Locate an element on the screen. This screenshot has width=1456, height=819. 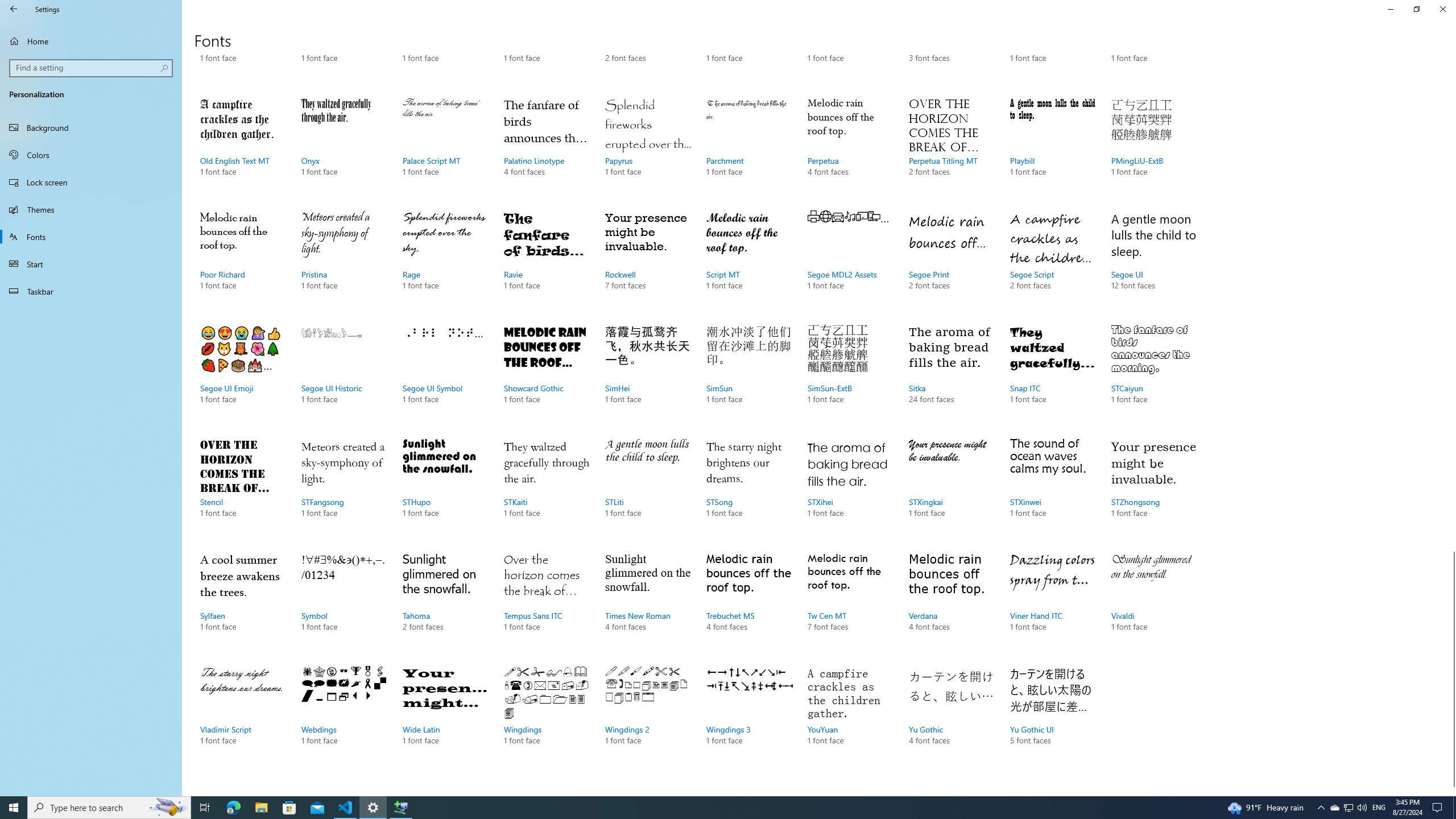
'Vivaldi, 1 font face' is located at coordinates (1153, 603).